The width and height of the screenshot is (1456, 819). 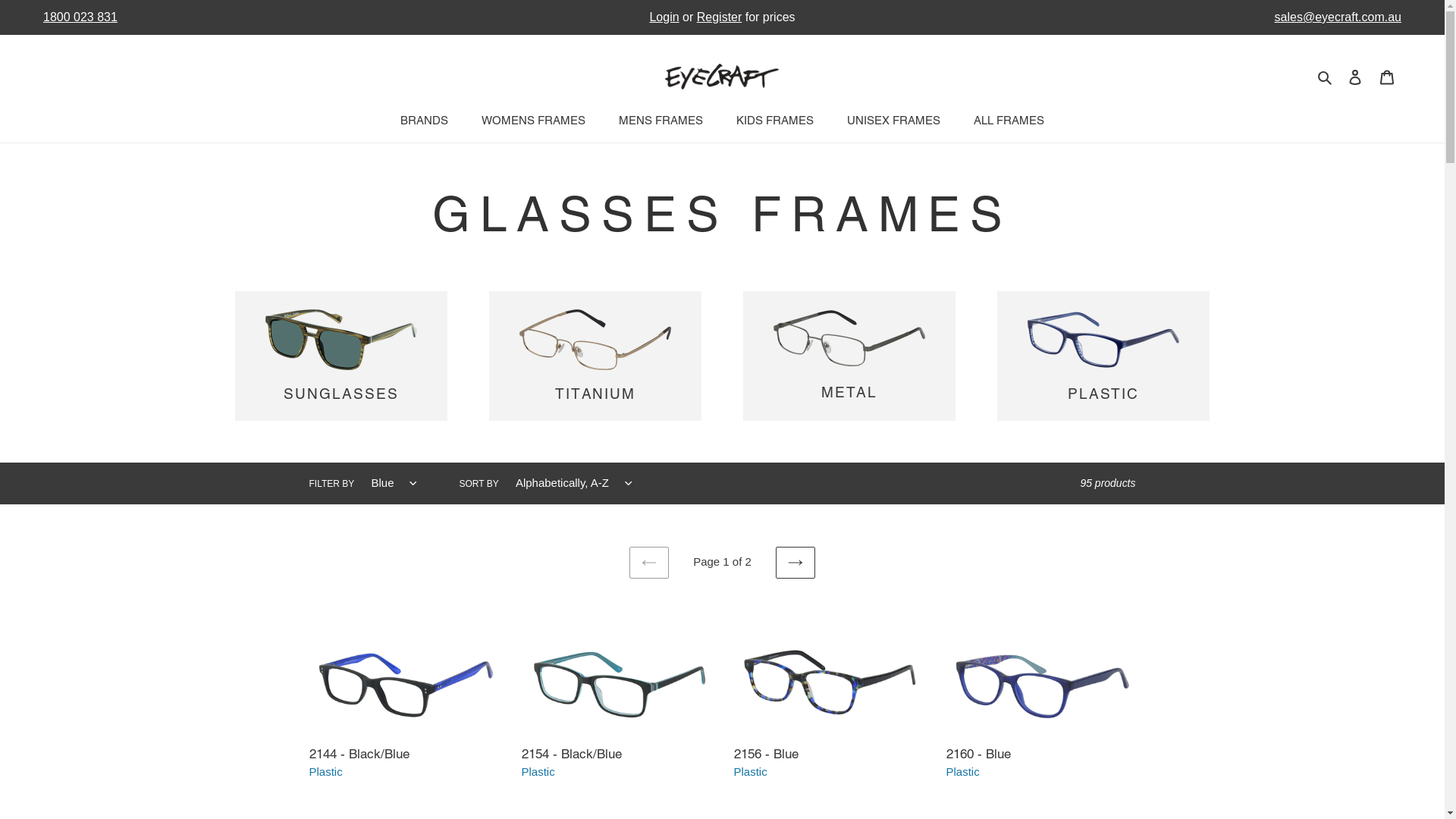 I want to click on 'Search', so click(x=1325, y=77).